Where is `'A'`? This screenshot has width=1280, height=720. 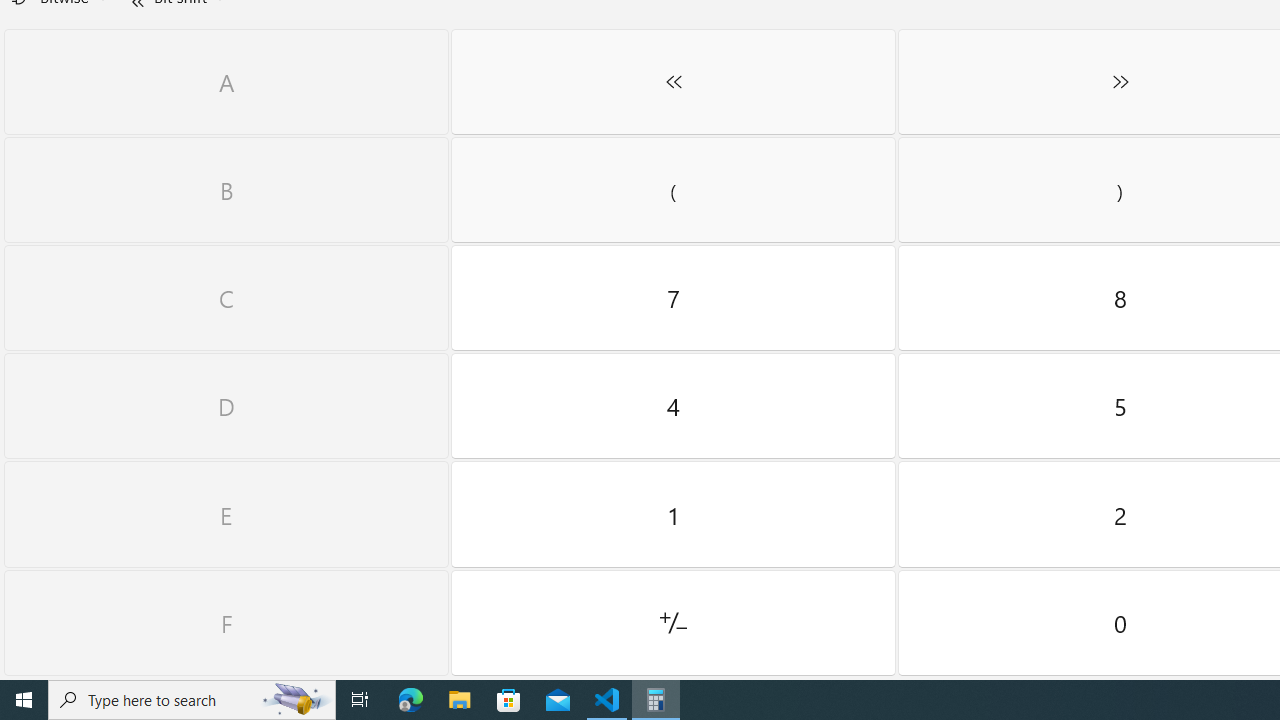 'A' is located at coordinates (226, 81).